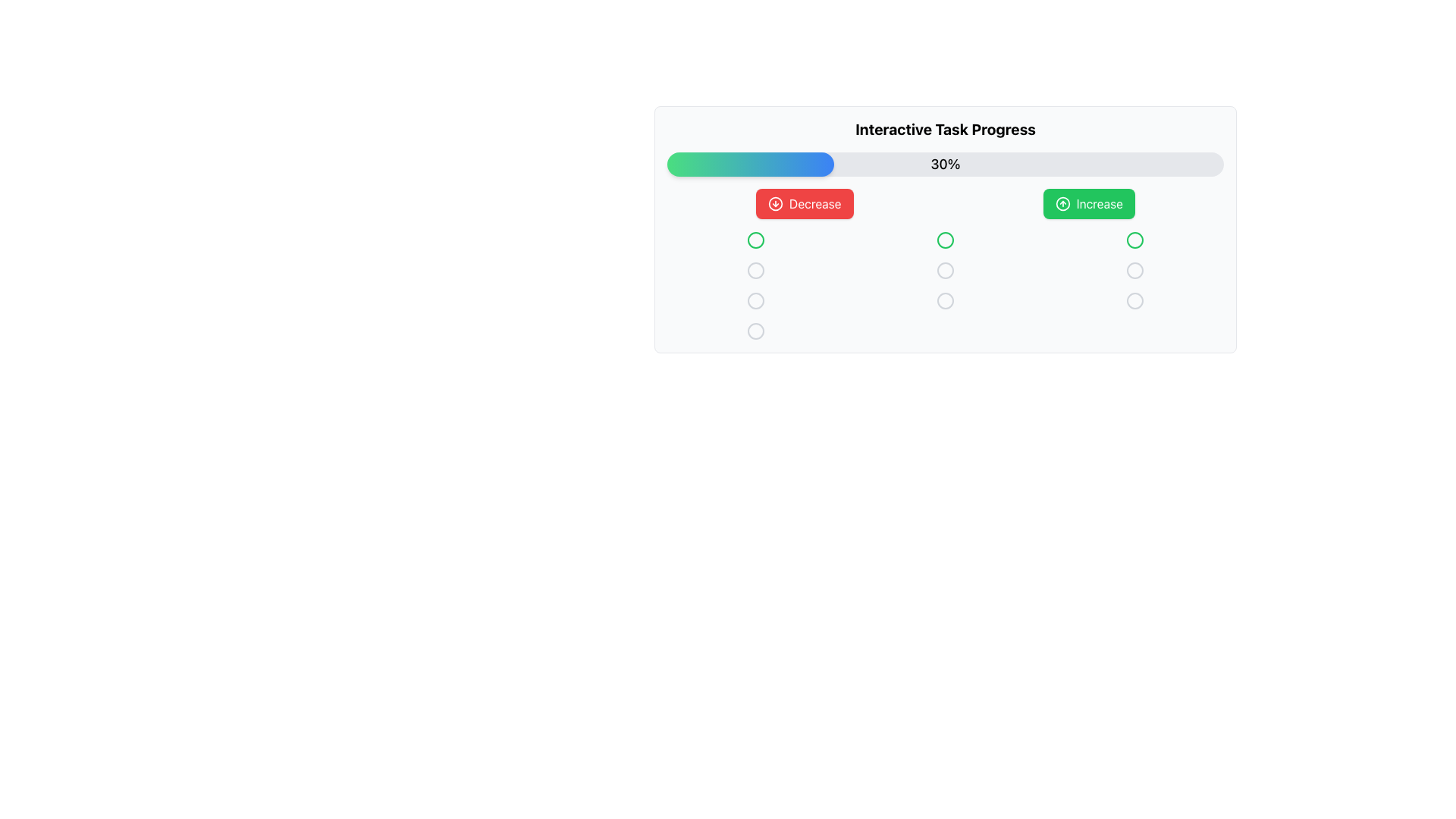  I want to click on the state of the first circular graphical indicator with a green border and white fill located at the center of the first row in the 3x4 grid layout, so click(756, 239).